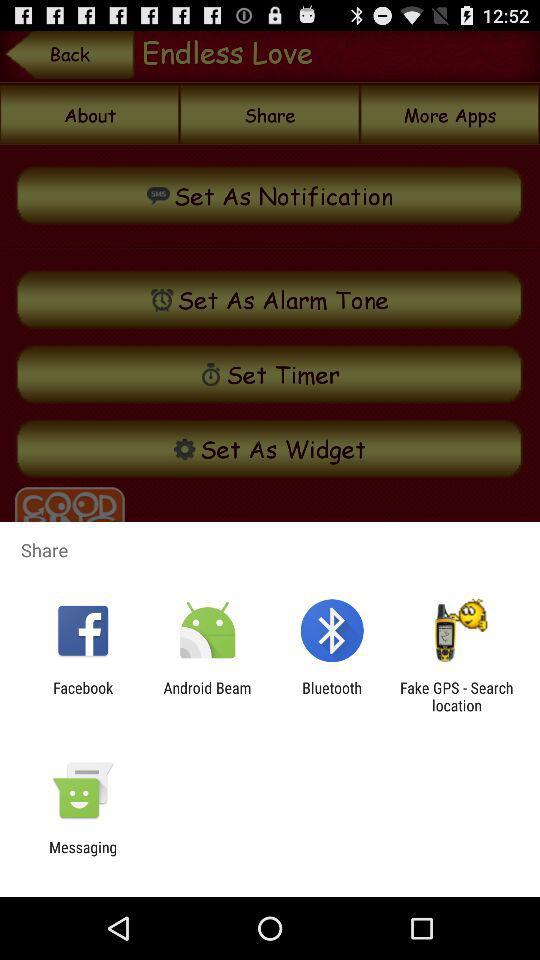 This screenshot has height=960, width=540. Describe the element at coordinates (332, 696) in the screenshot. I see `bluetooth item` at that location.